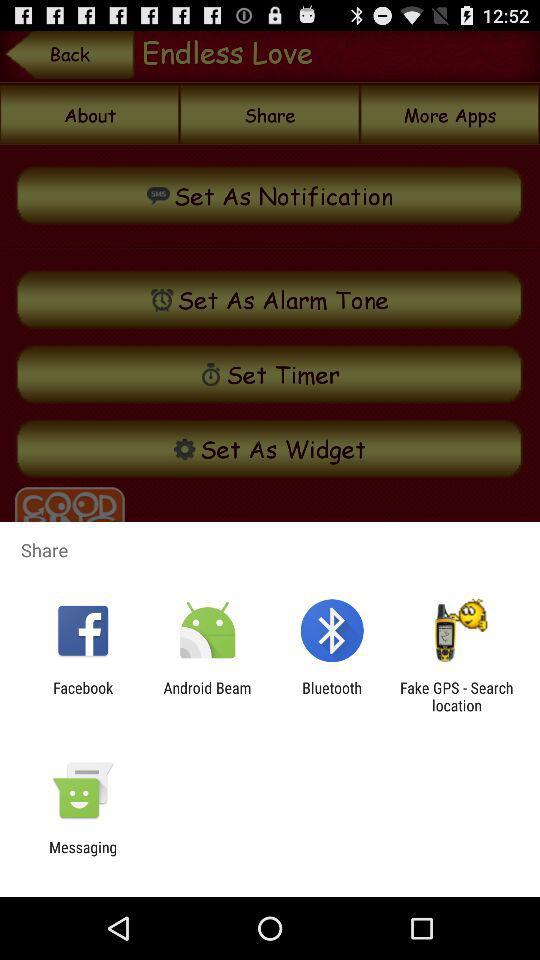 This screenshot has height=960, width=540. Describe the element at coordinates (332, 696) in the screenshot. I see `bluetooth item` at that location.